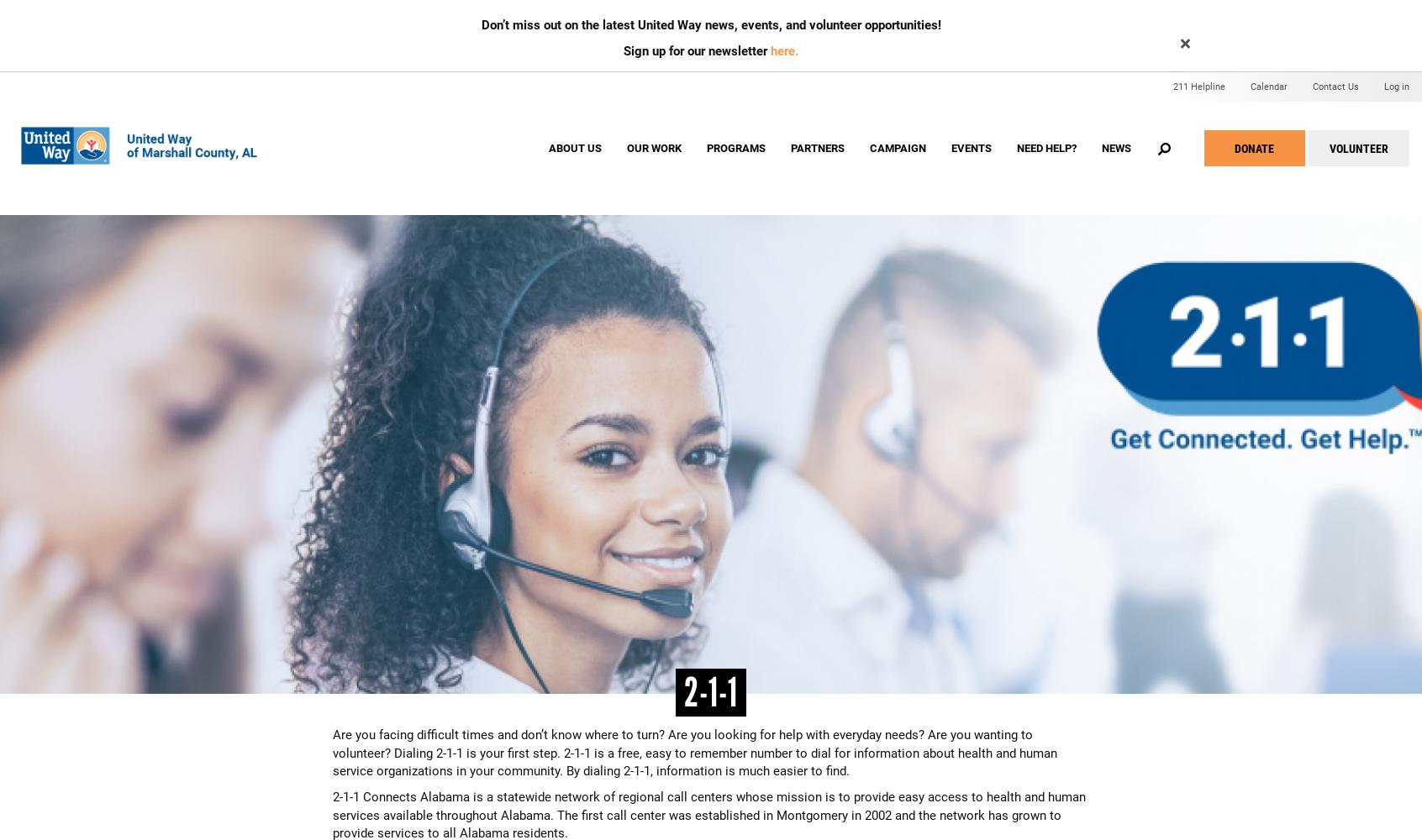 The height and width of the screenshot is (840, 1422). Describe the element at coordinates (1233, 148) in the screenshot. I see `'Donate'` at that location.